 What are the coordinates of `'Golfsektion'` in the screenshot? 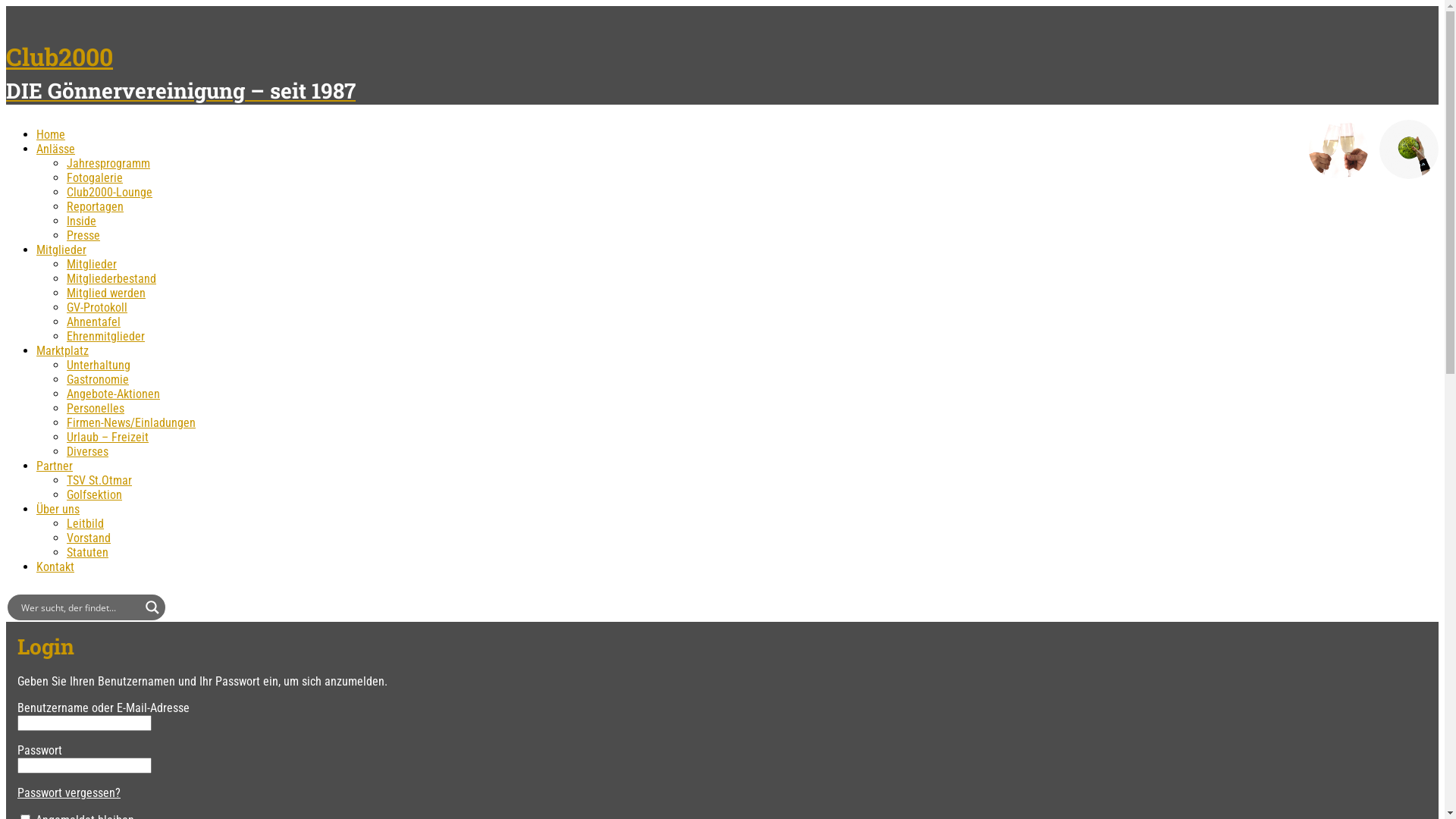 It's located at (93, 494).